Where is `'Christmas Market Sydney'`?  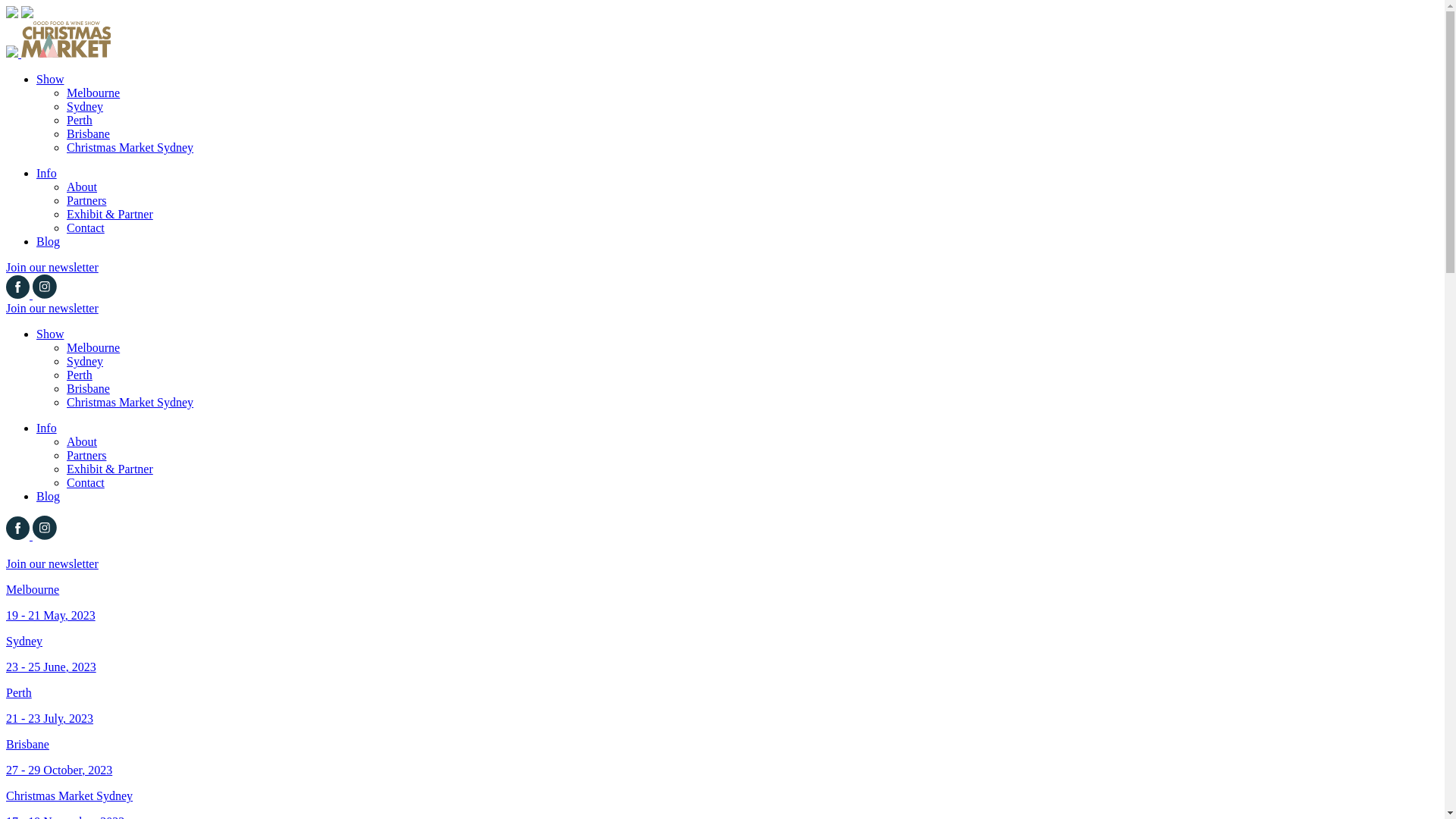 'Christmas Market Sydney' is located at coordinates (65, 401).